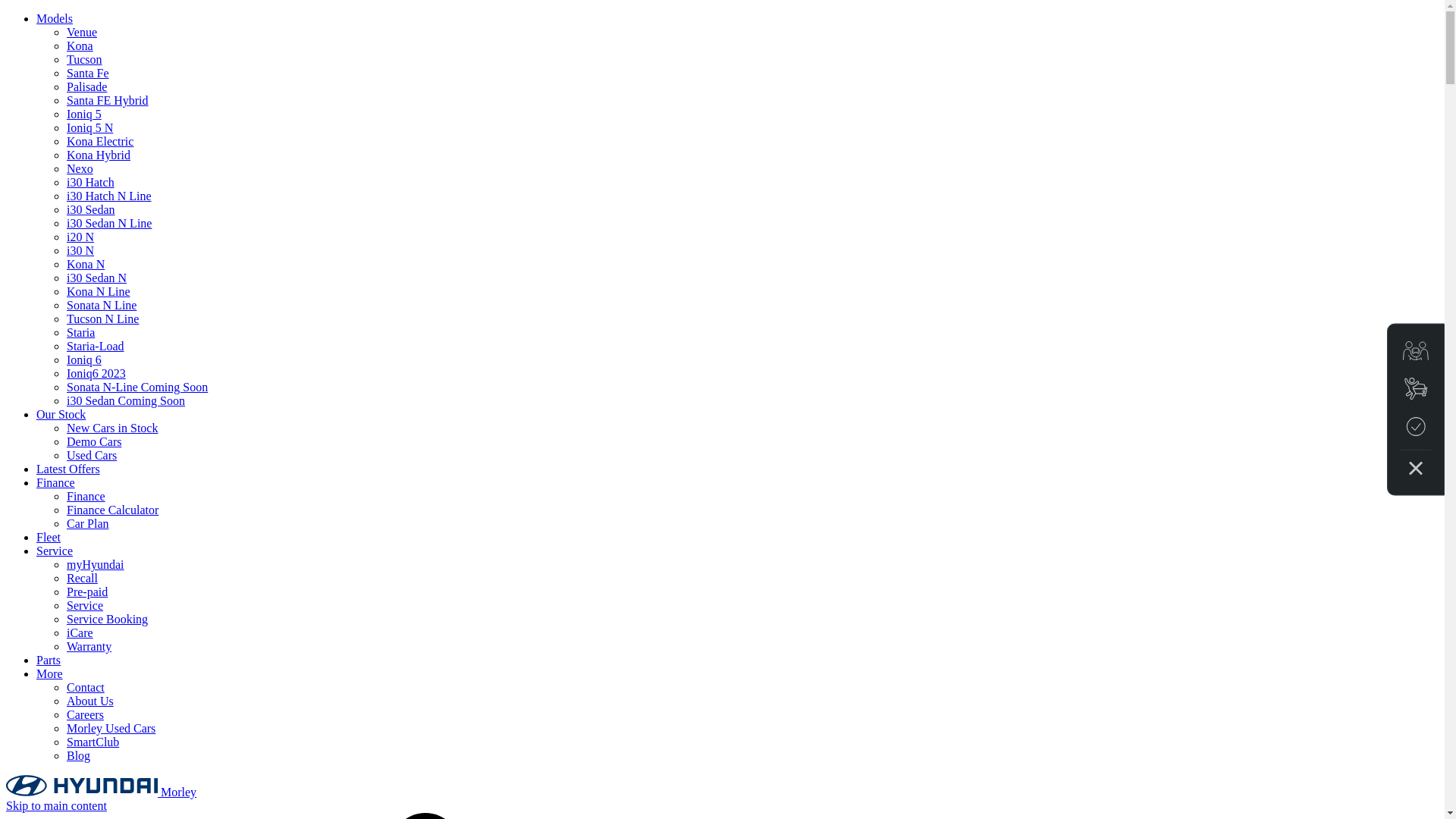  I want to click on 'Contact', so click(85, 687).